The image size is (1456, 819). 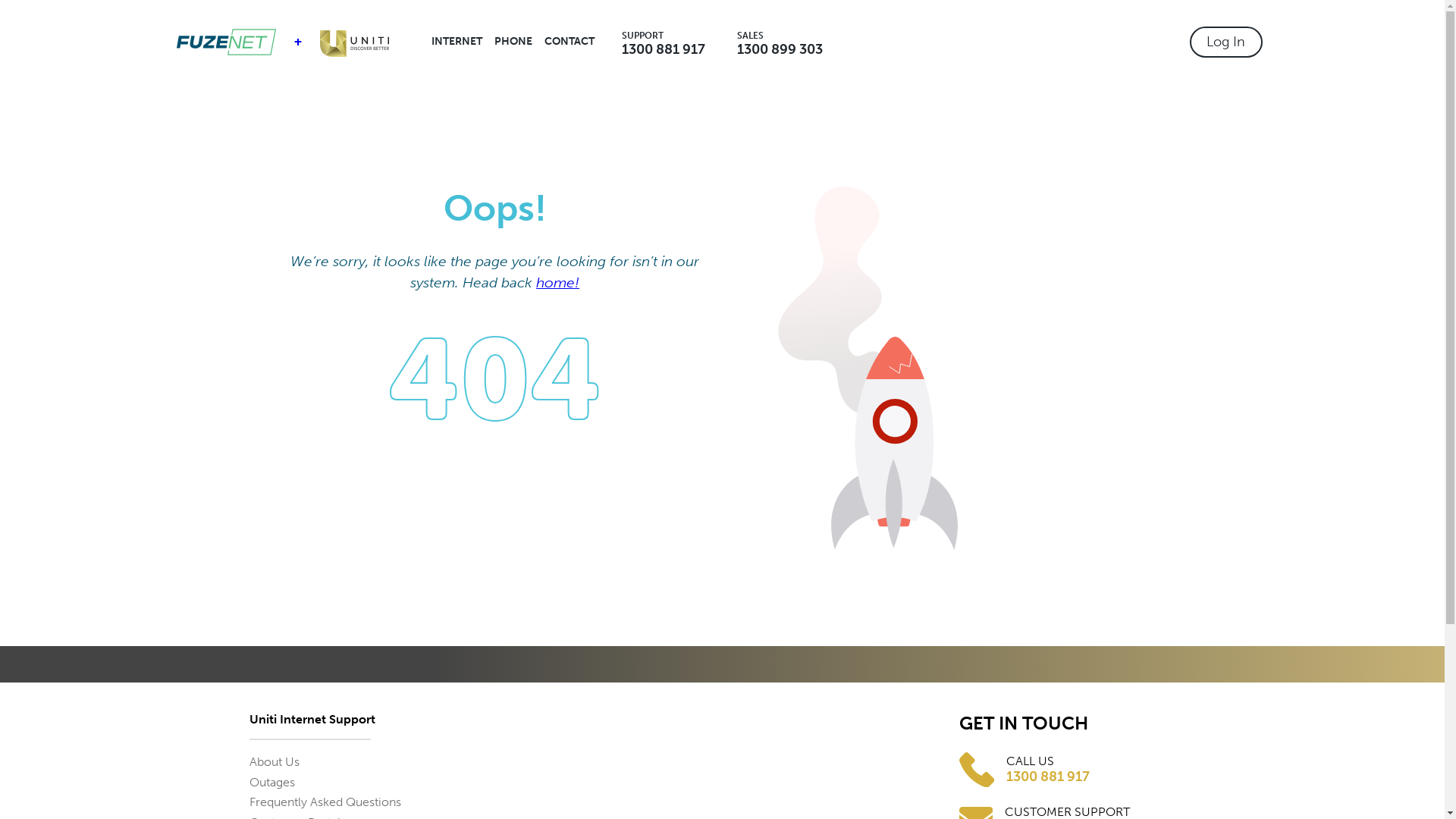 What do you see at coordinates (1225, 41) in the screenshot?
I see `'Log In'` at bounding box center [1225, 41].